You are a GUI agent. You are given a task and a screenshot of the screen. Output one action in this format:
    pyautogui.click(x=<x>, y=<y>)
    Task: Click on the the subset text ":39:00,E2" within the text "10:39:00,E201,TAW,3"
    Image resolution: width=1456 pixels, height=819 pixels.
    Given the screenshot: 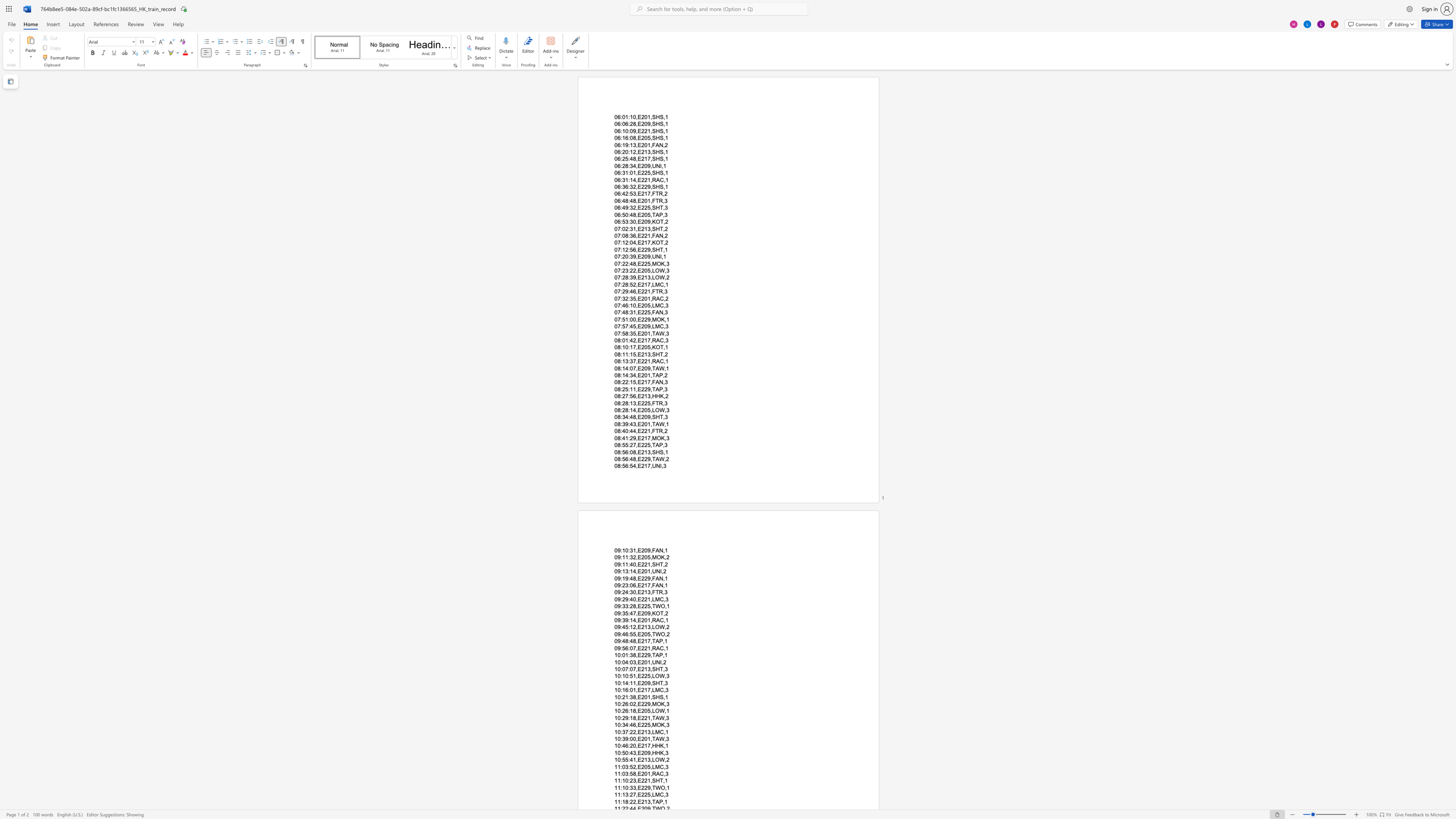 What is the action you would take?
    pyautogui.click(x=620, y=738)
    